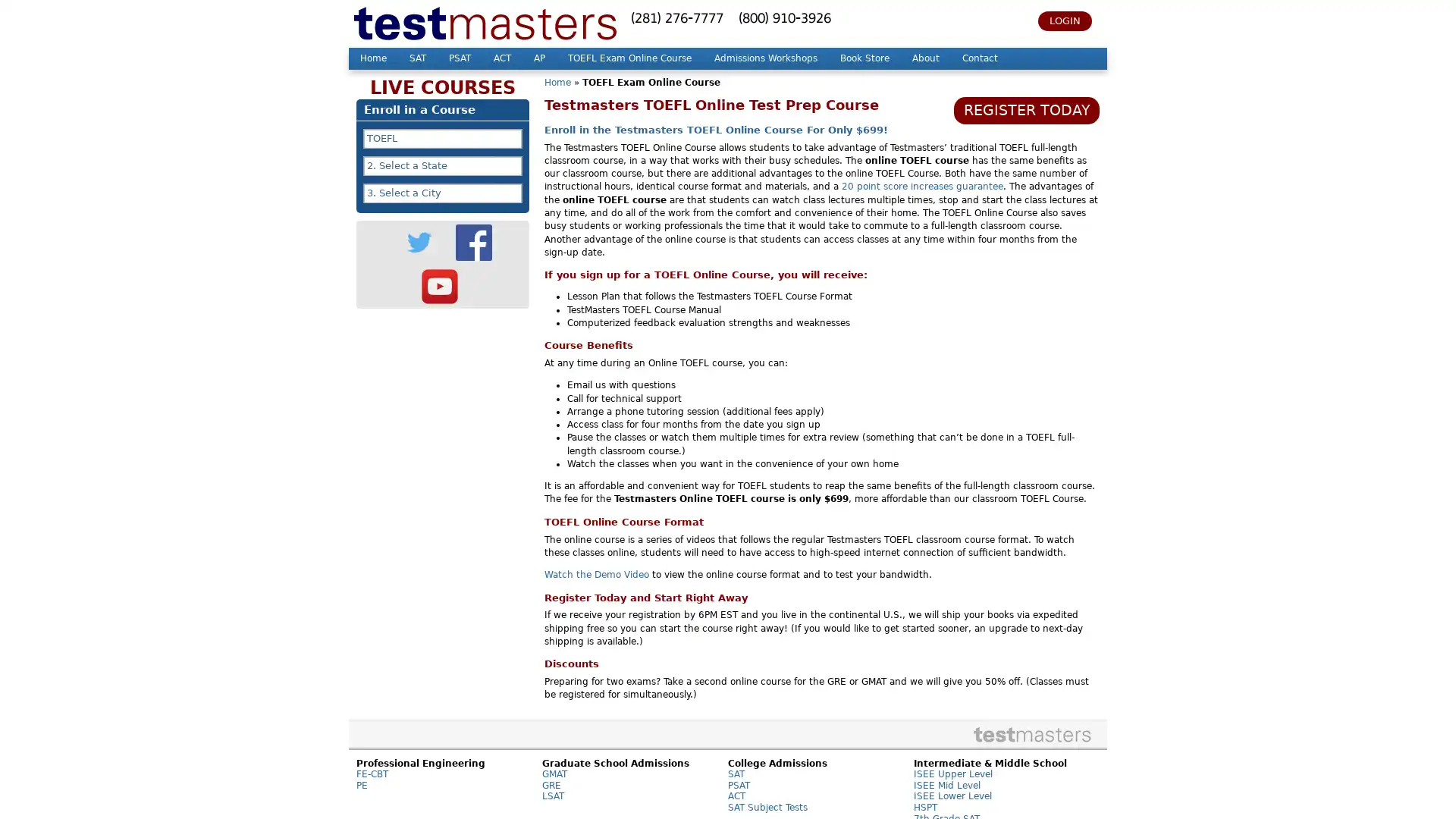 The width and height of the screenshot is (1456, 819). I want to click on TOEFL, so click(442, 138).